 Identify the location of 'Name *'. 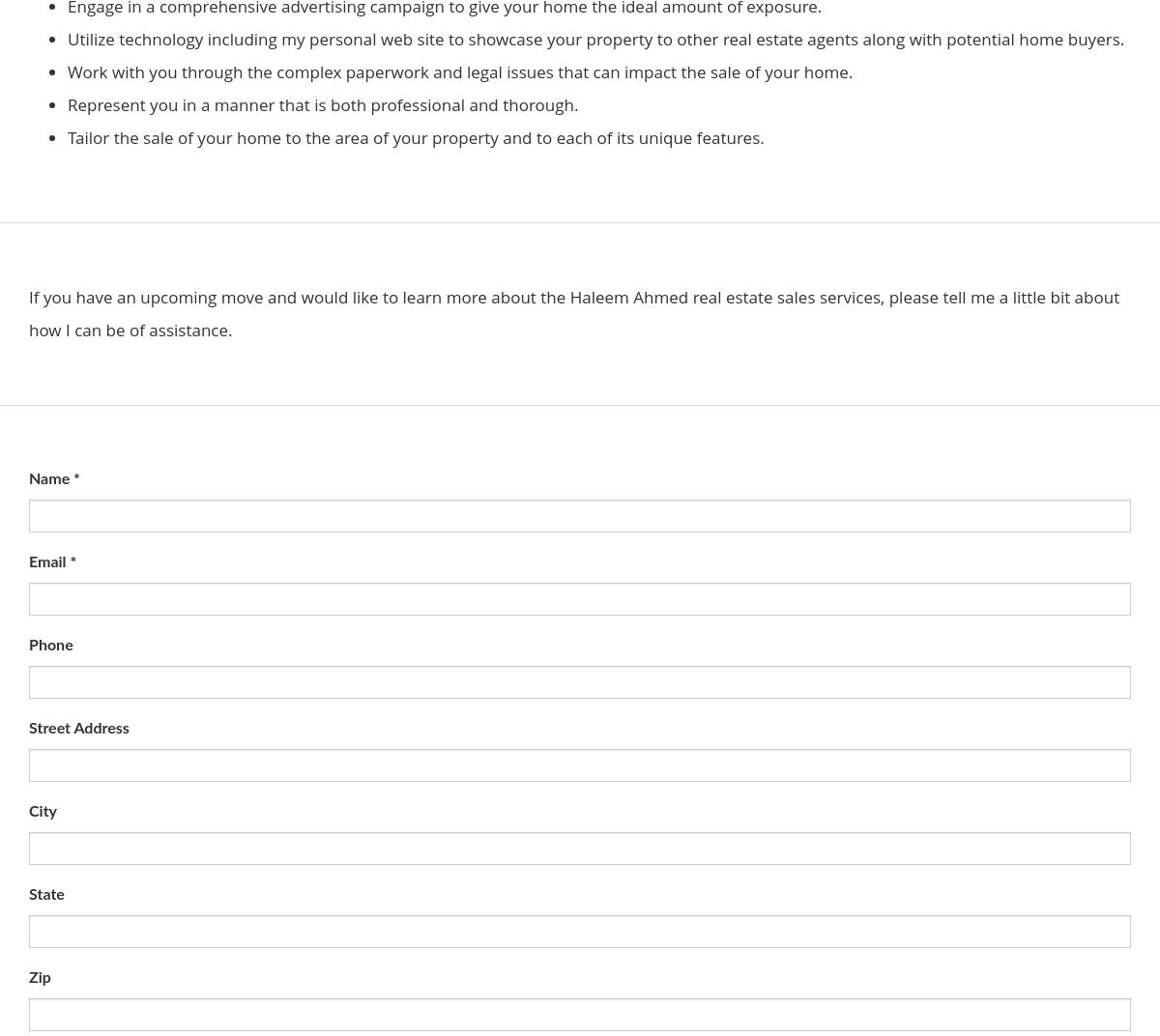
(54, 479).